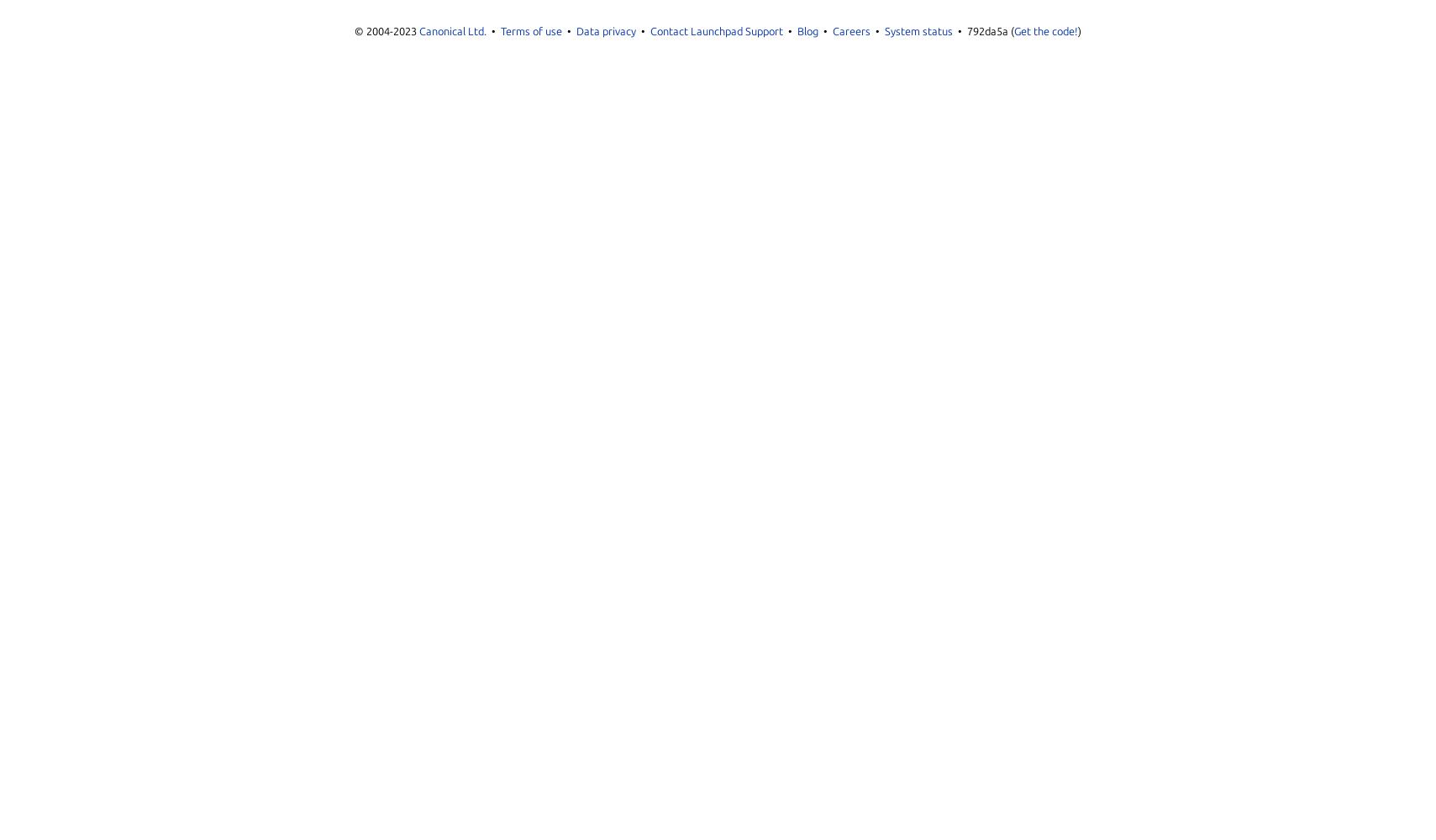  I want to click on ')', so click(1077, 31).